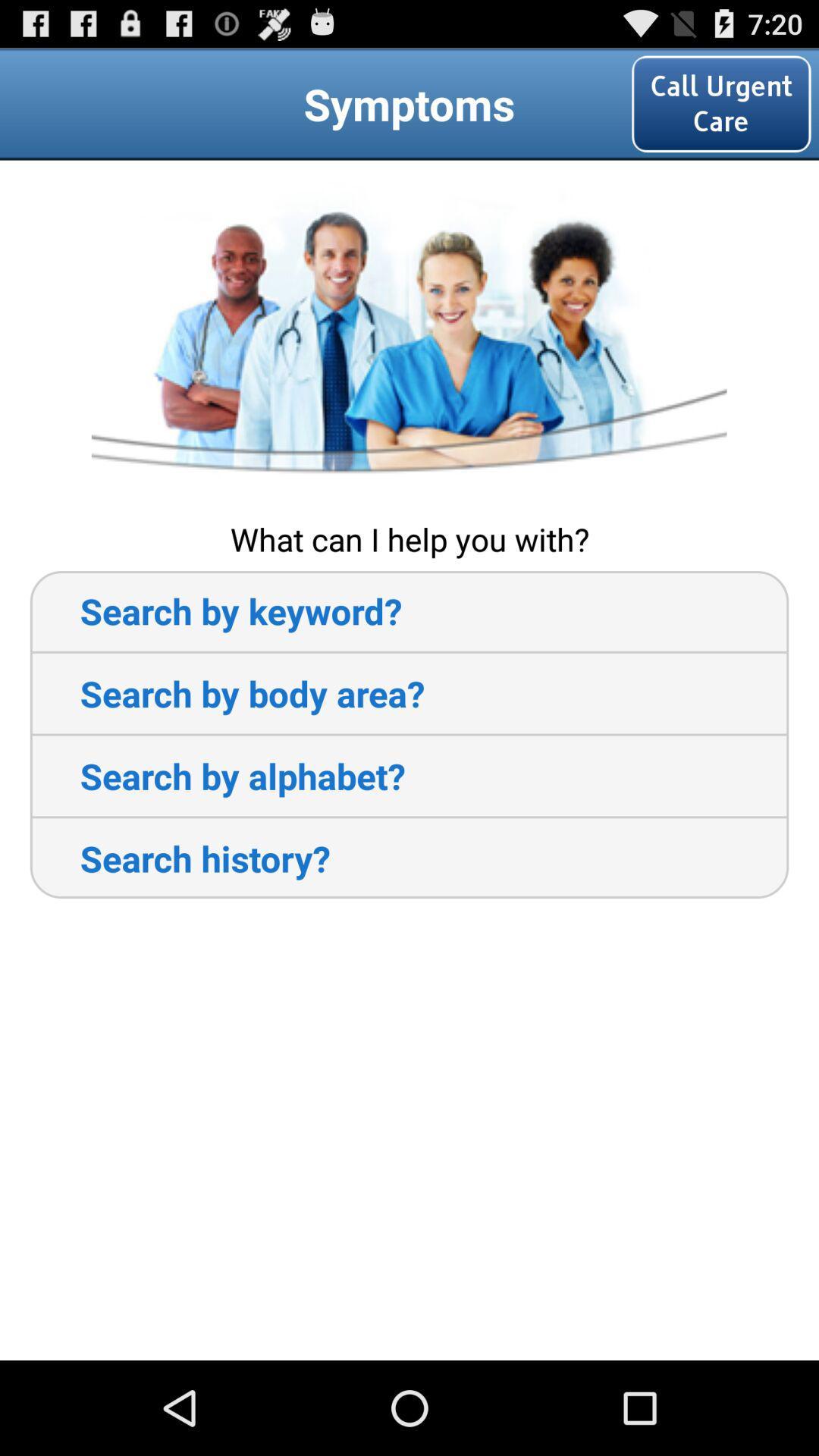 This screenshot has height=1456, width=819. I want to click on the call urgent care item, so click(720, 103).